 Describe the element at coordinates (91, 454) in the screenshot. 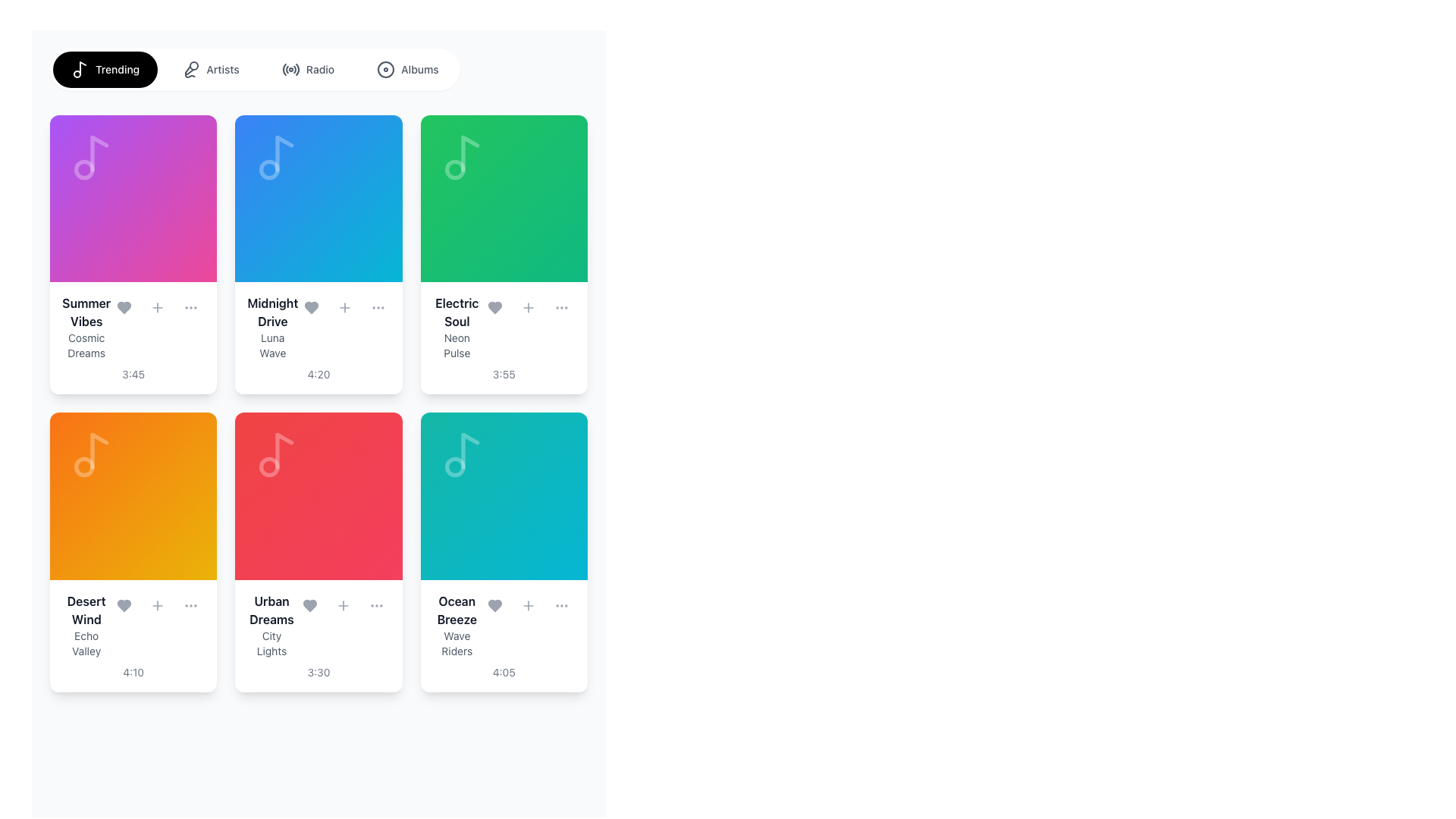

I see `the music note icon located in the top-left area of the 'Desert Wind' track card, which is designed with thin lines and a semi-transparent white effect against a gradient orange background` at that location.